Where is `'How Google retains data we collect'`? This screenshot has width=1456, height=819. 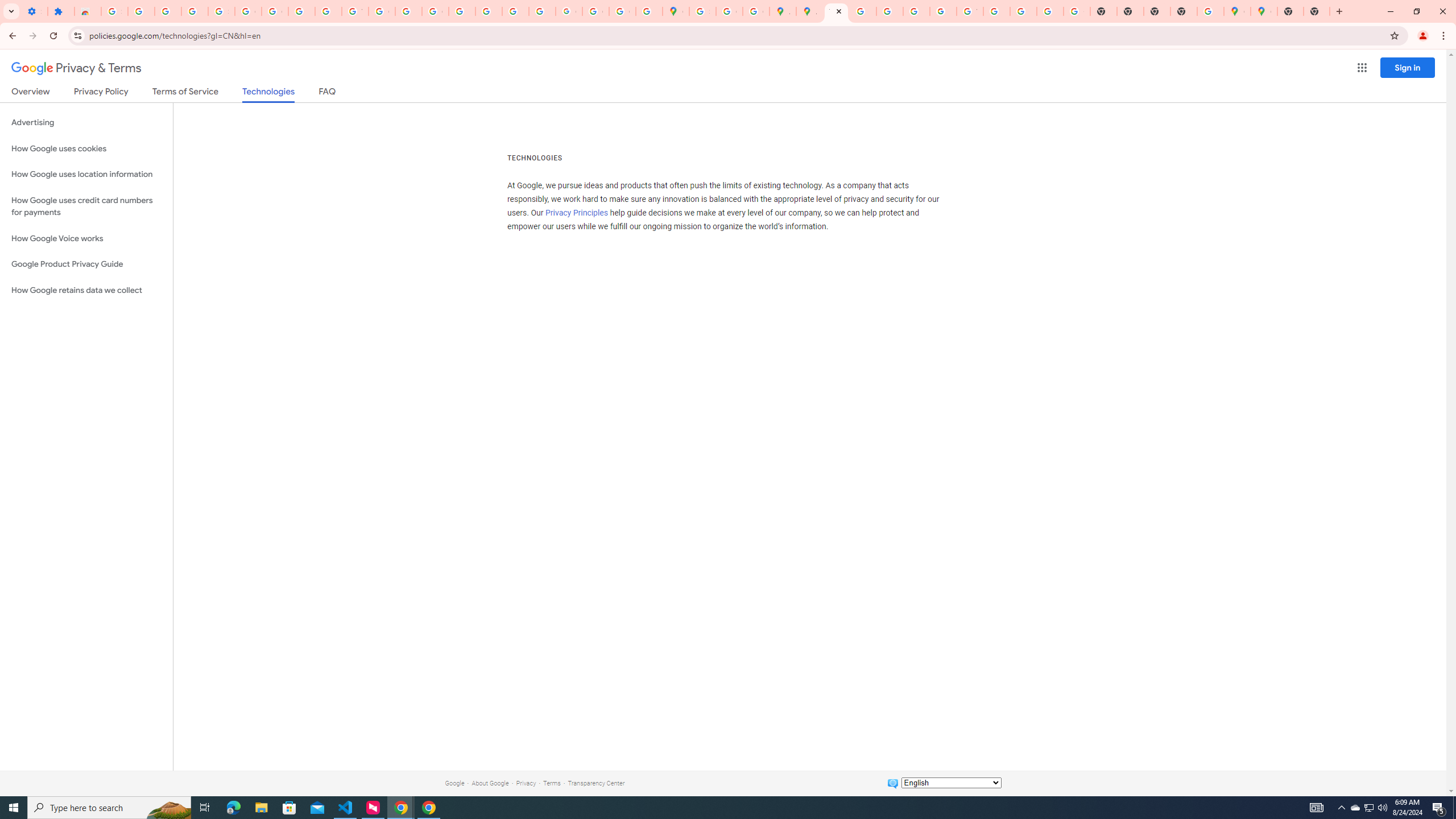
'How Google retains data we collect' is located at coordinates (86, 289).